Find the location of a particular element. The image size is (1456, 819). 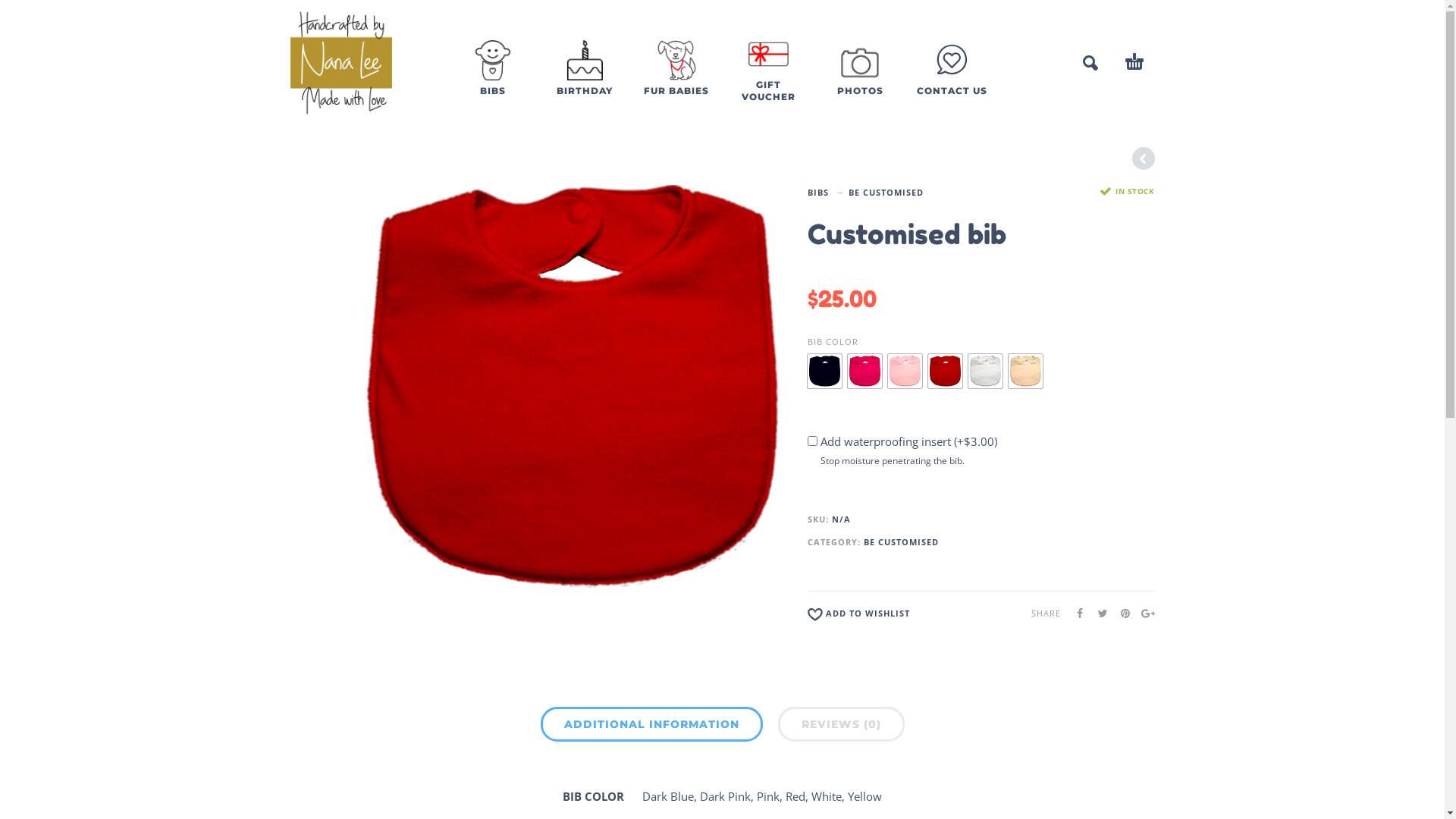

'Dark Blue' is located at coordinates (824, 371).